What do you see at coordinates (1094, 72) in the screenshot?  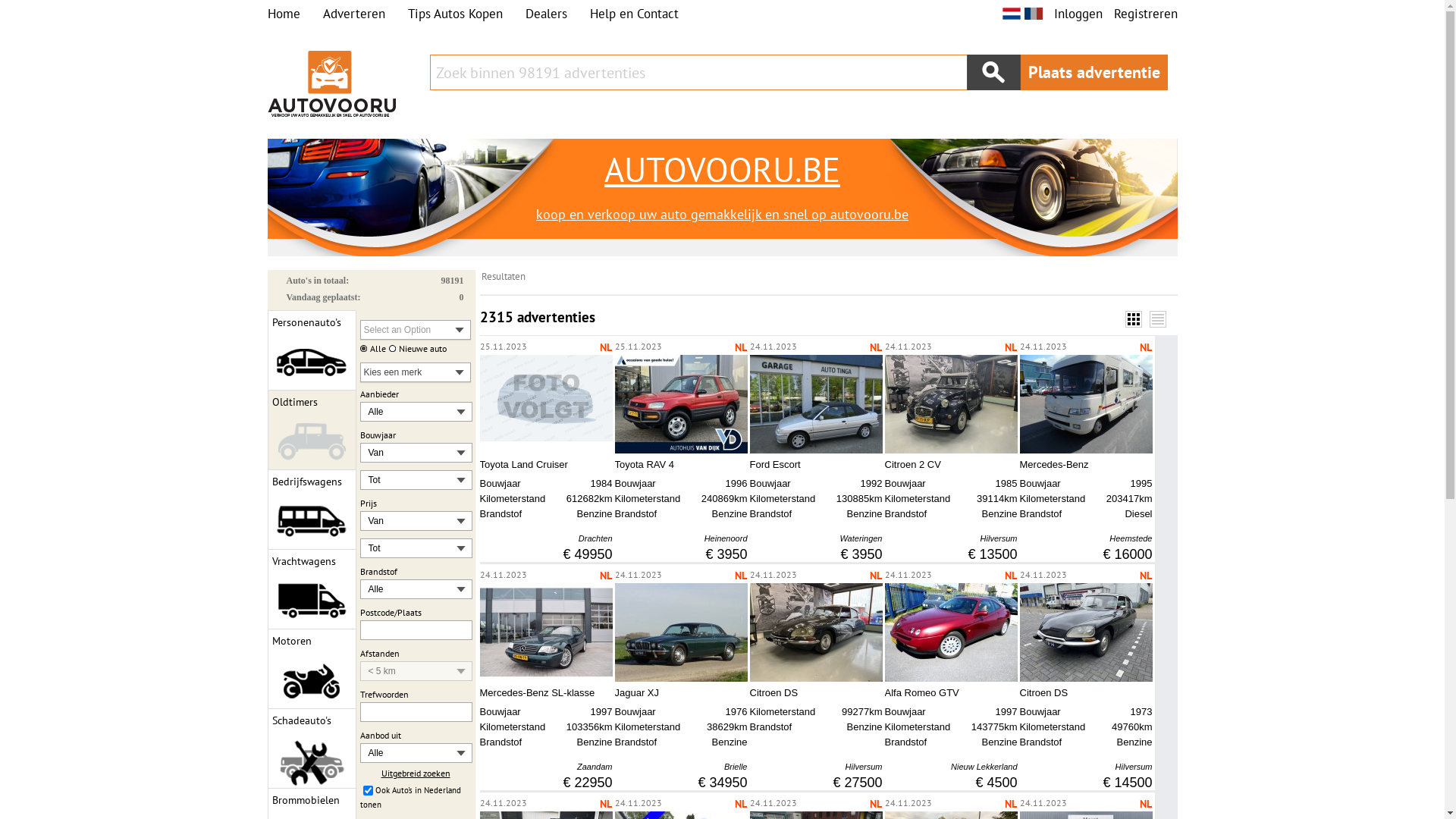 I see `'Plaats advertentie'` at bounding box center [1094, 72].